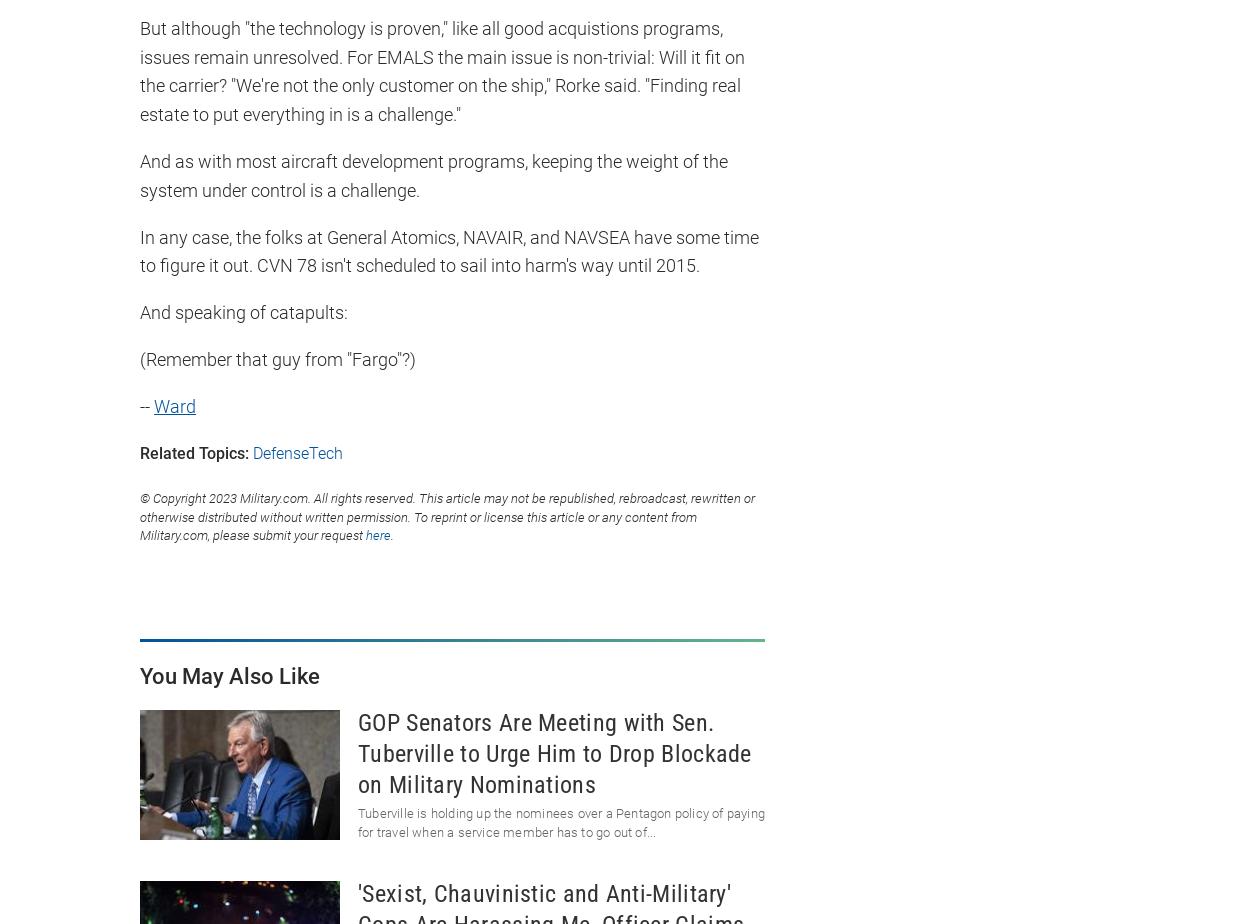  What do you see at coordinates (140, 516) in the screenshot?
I see `'© Copyright 2023 Military.com. All rights reserved. This article may not be republished, rebroadcast, rewritten or otherwise distributed without written permission. To reprint or license this article or any content from Military.com, please submit your request'` at bounding box center [140, 516].